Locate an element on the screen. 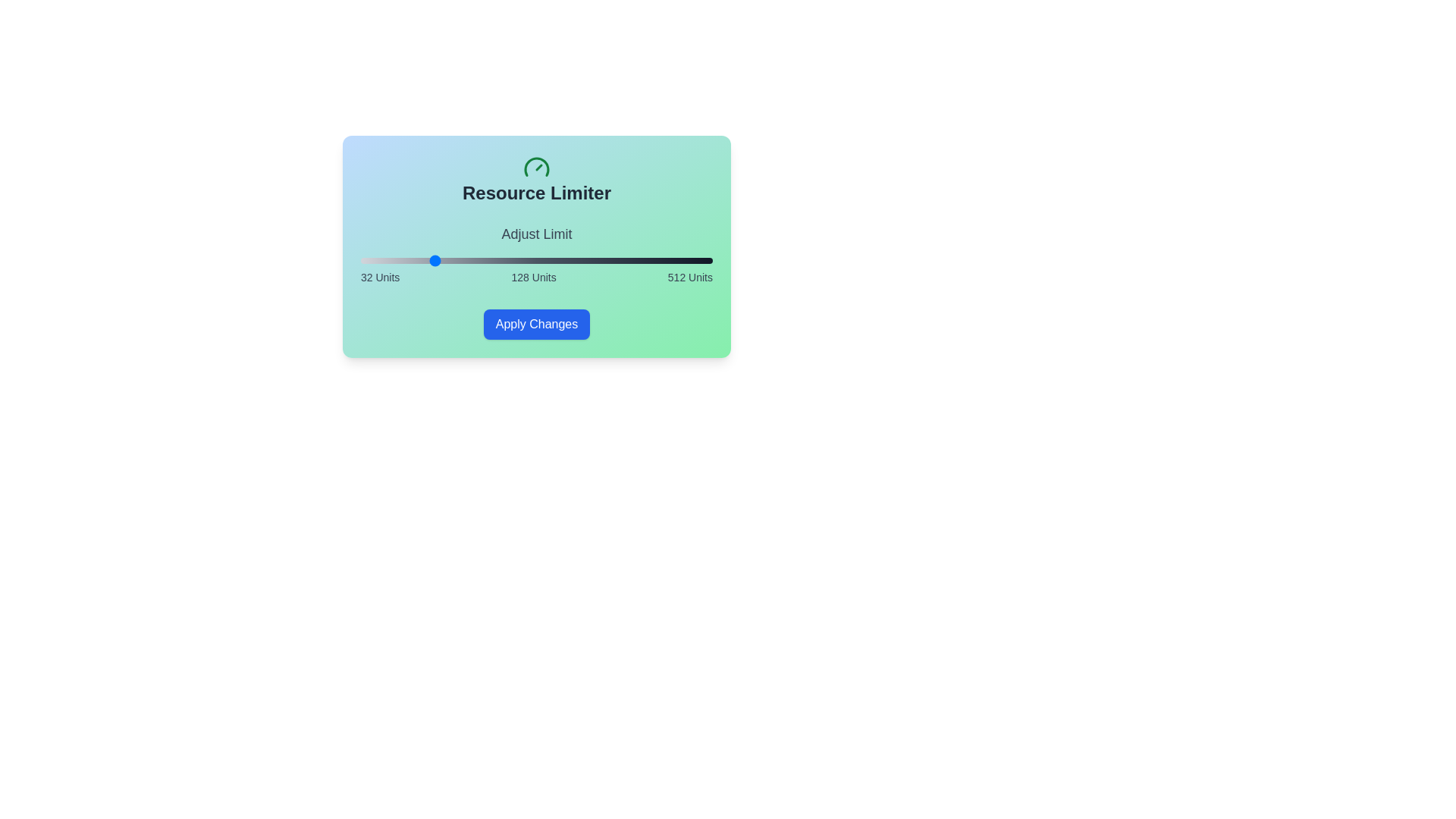 The height and width of the screenshot is (819, 1456). the 'Apply Changes' button is located at coordinates (536, 324).